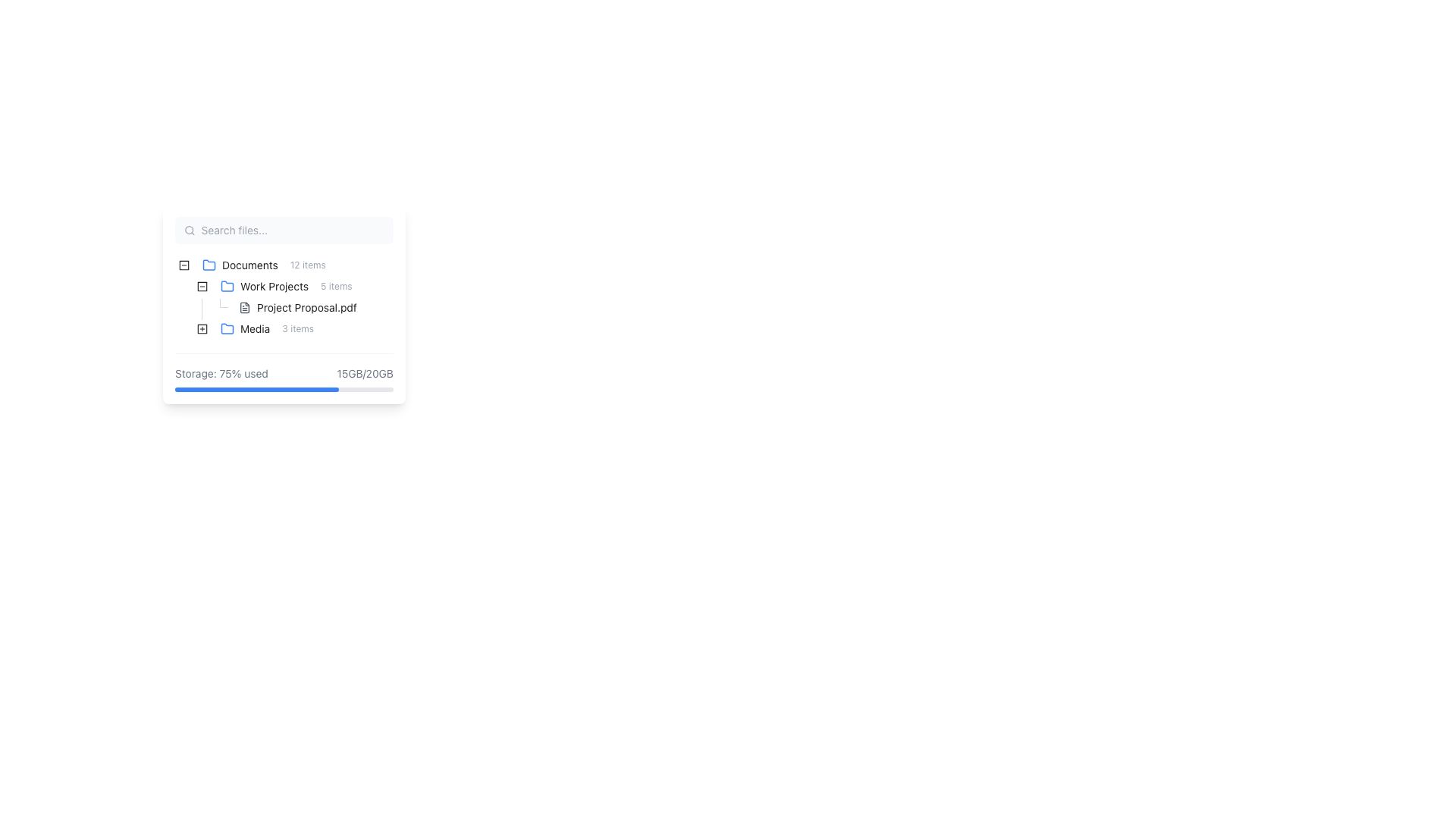 This screenshot has height=819, width=1456. What do you see at coordinates (306, 307) in the screenshot?
I see `the text label displaying 'Project Proposal.pdf' located in the 'Work Projects' folder` at bounding box center [306, 307].